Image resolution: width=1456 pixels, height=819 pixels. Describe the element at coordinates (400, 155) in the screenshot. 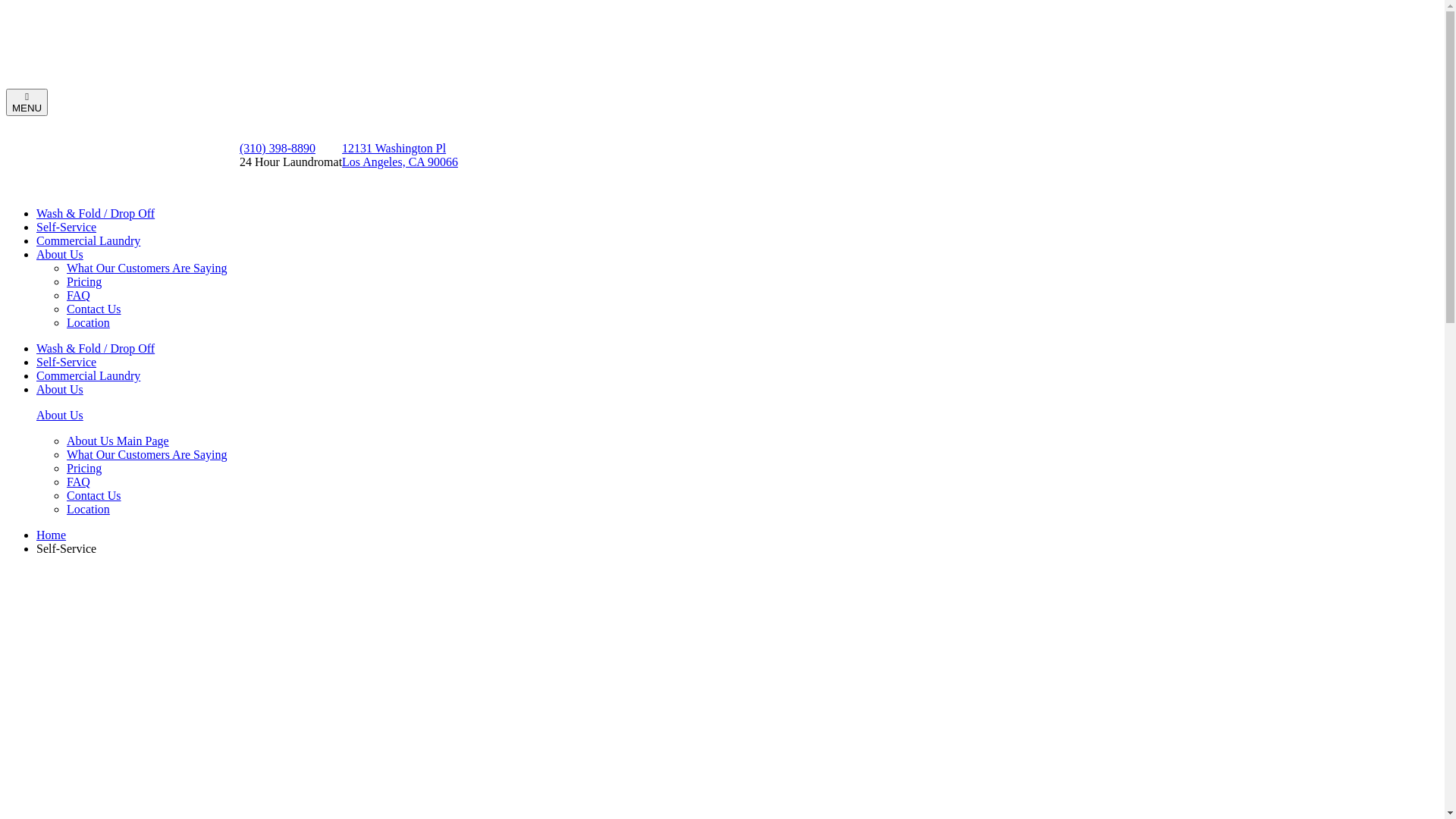

I see `'12131 Washington Pl` at that location.